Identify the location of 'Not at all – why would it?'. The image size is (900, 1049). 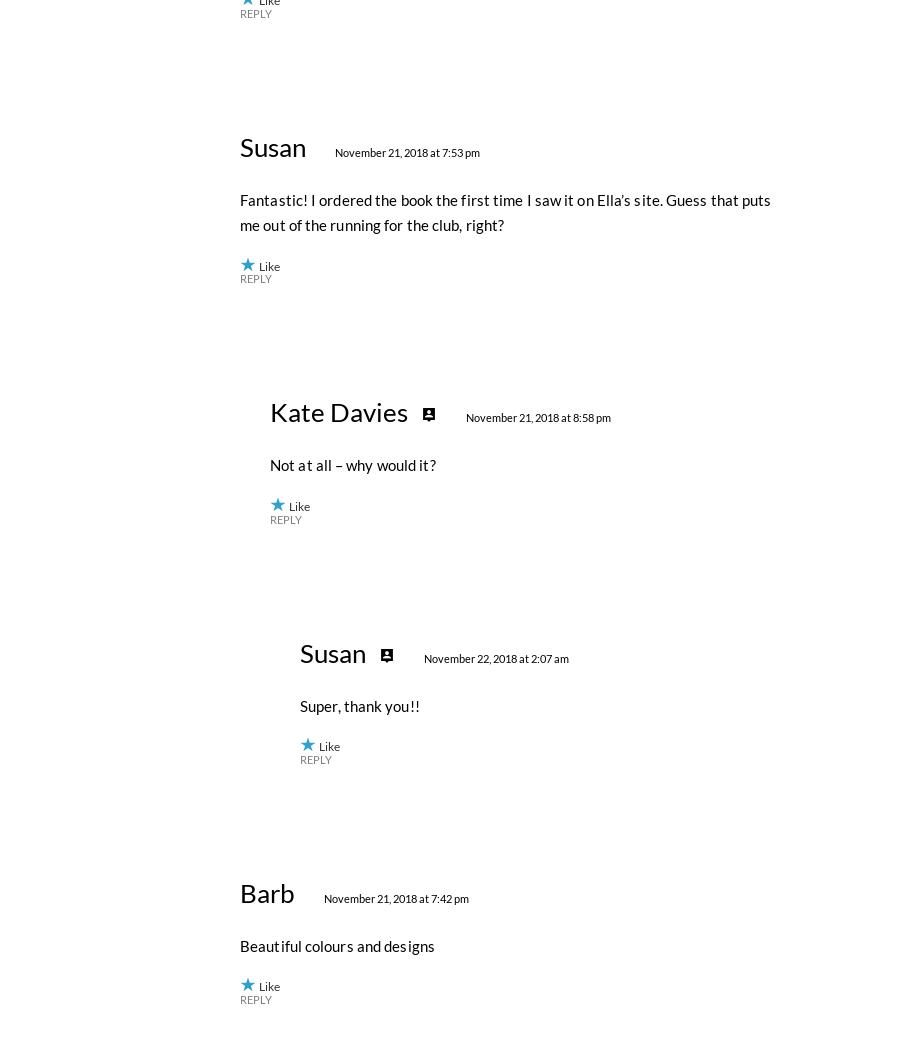
(352, 903).